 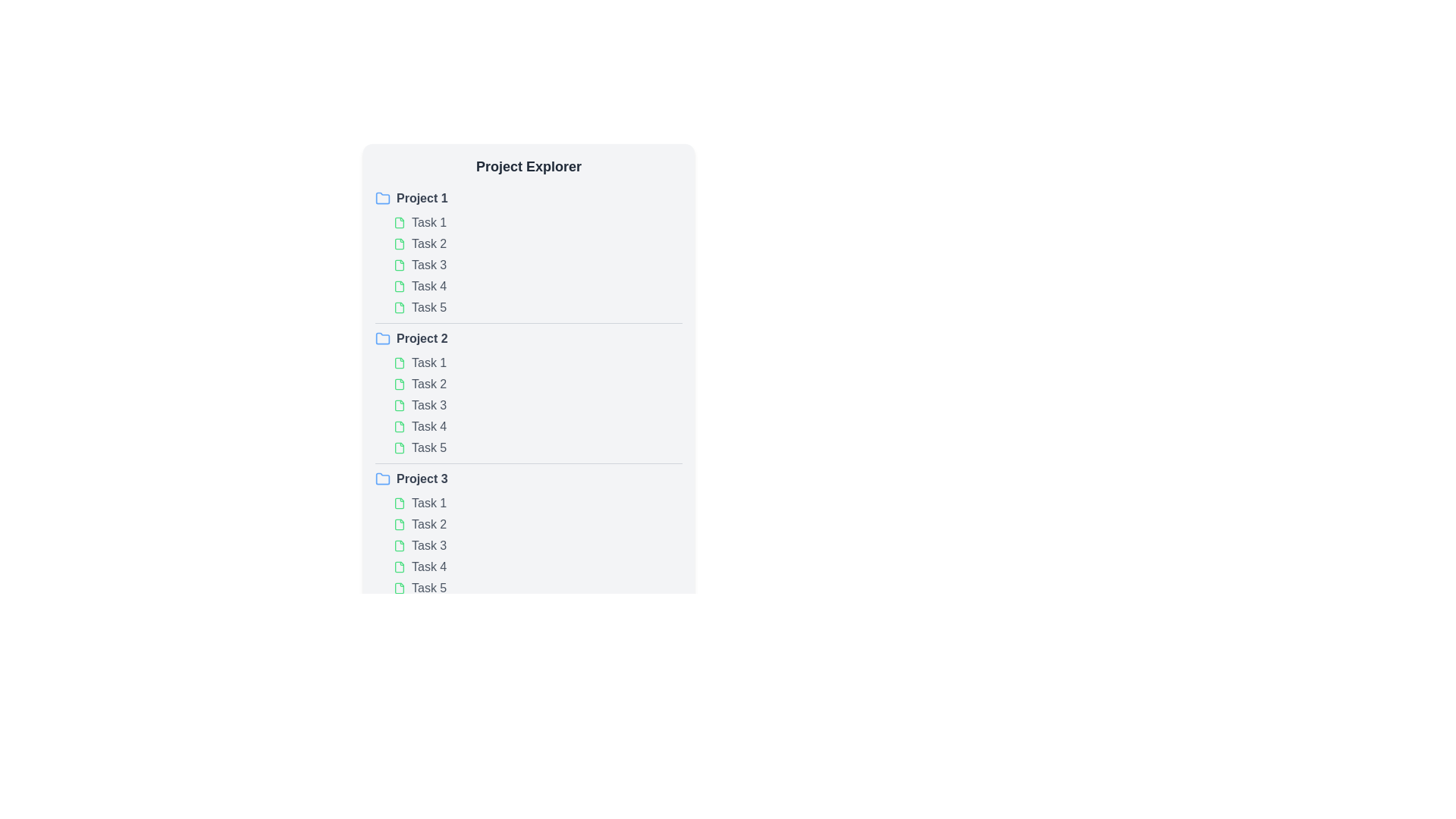 I want to click on the file or document icon representing 'Task 5' located to the left of the text in the 'Project 3' section, so click(x=400, y=587).